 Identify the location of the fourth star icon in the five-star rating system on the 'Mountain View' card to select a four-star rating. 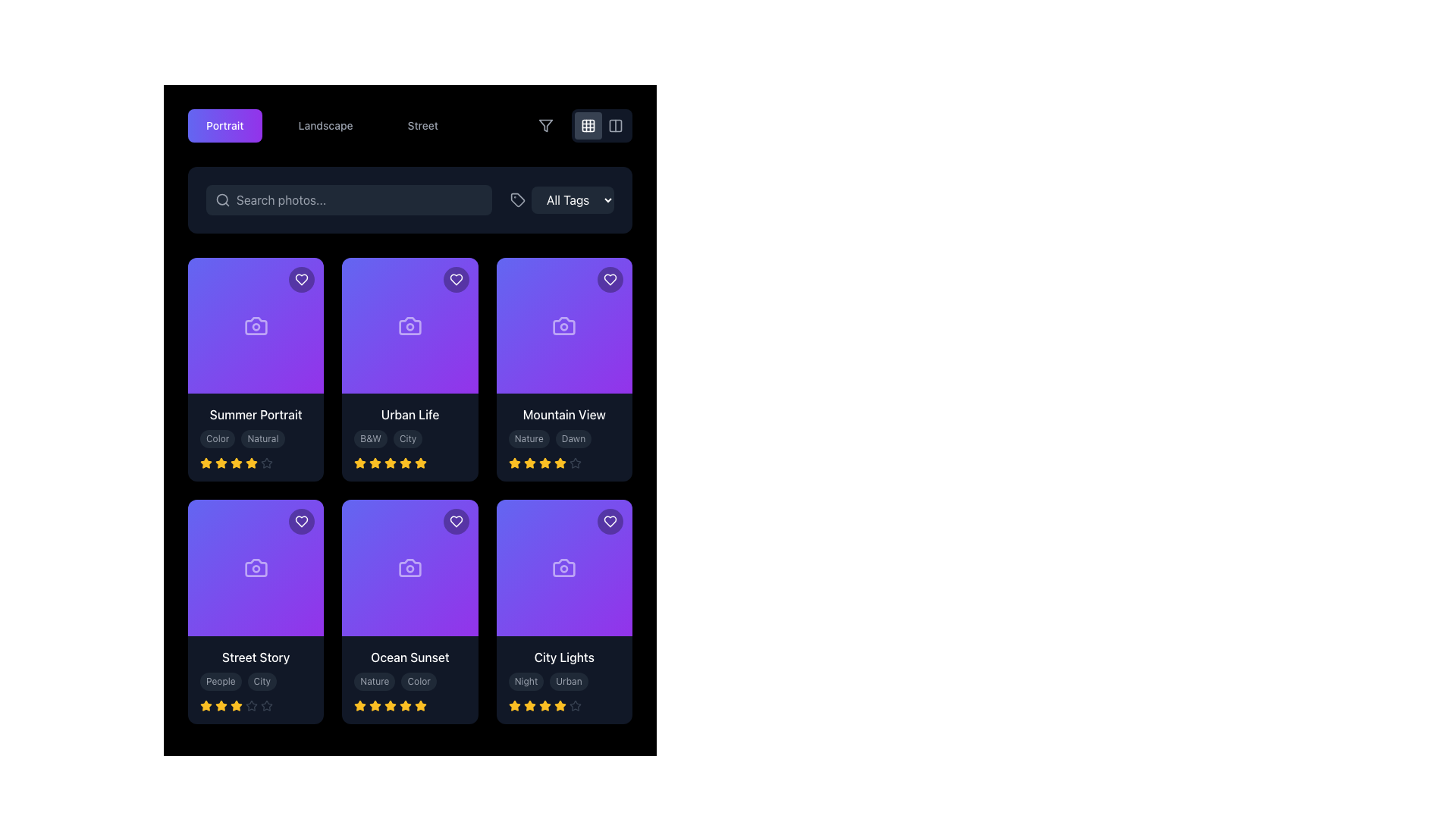
(529, 463).